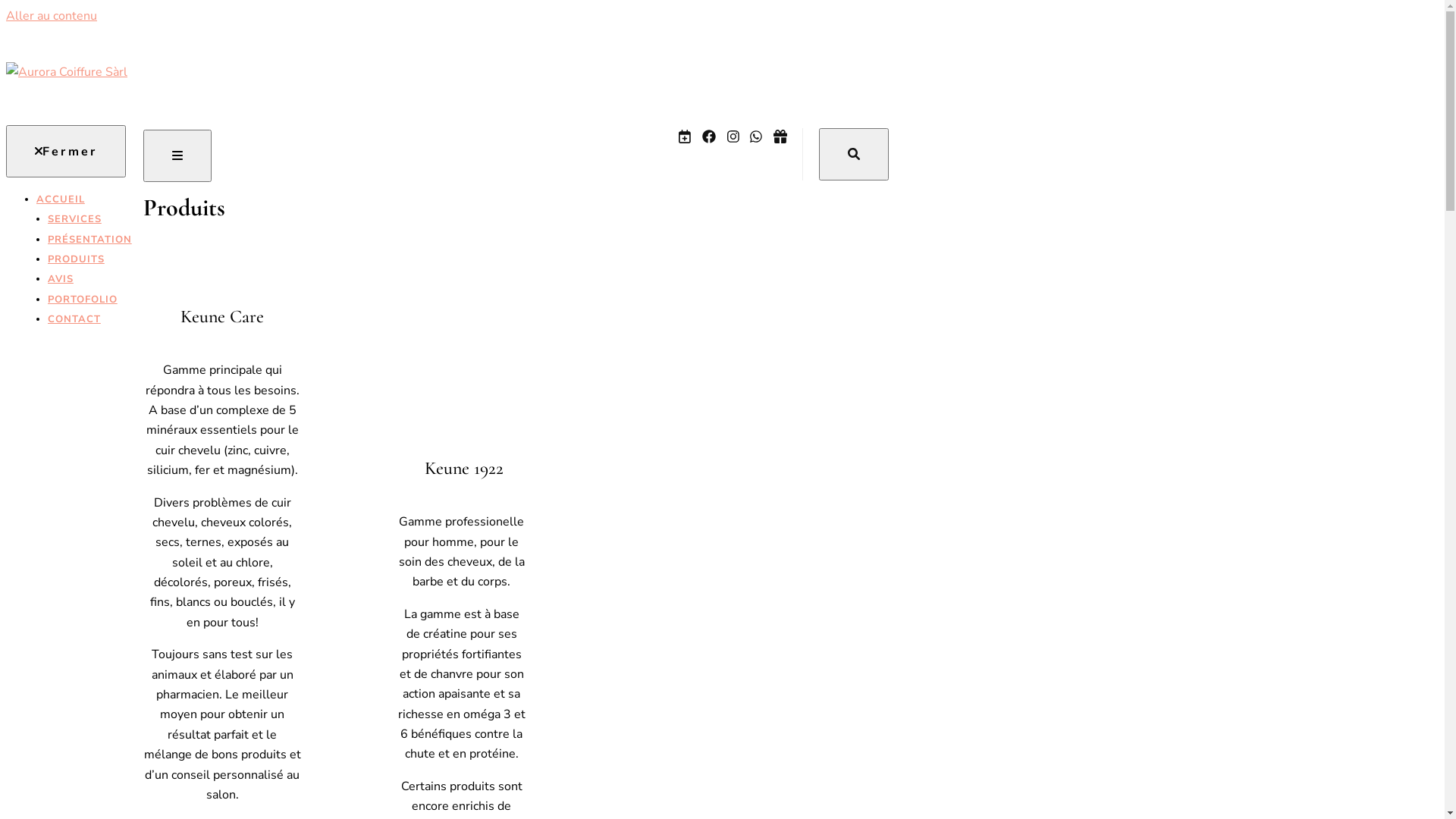 The width and height of the screenshot is (1456, 819). What do you see at coordinates (89, 318) in the screenshot?
I see `'CONTACT'` at bounding box center [89, 318].